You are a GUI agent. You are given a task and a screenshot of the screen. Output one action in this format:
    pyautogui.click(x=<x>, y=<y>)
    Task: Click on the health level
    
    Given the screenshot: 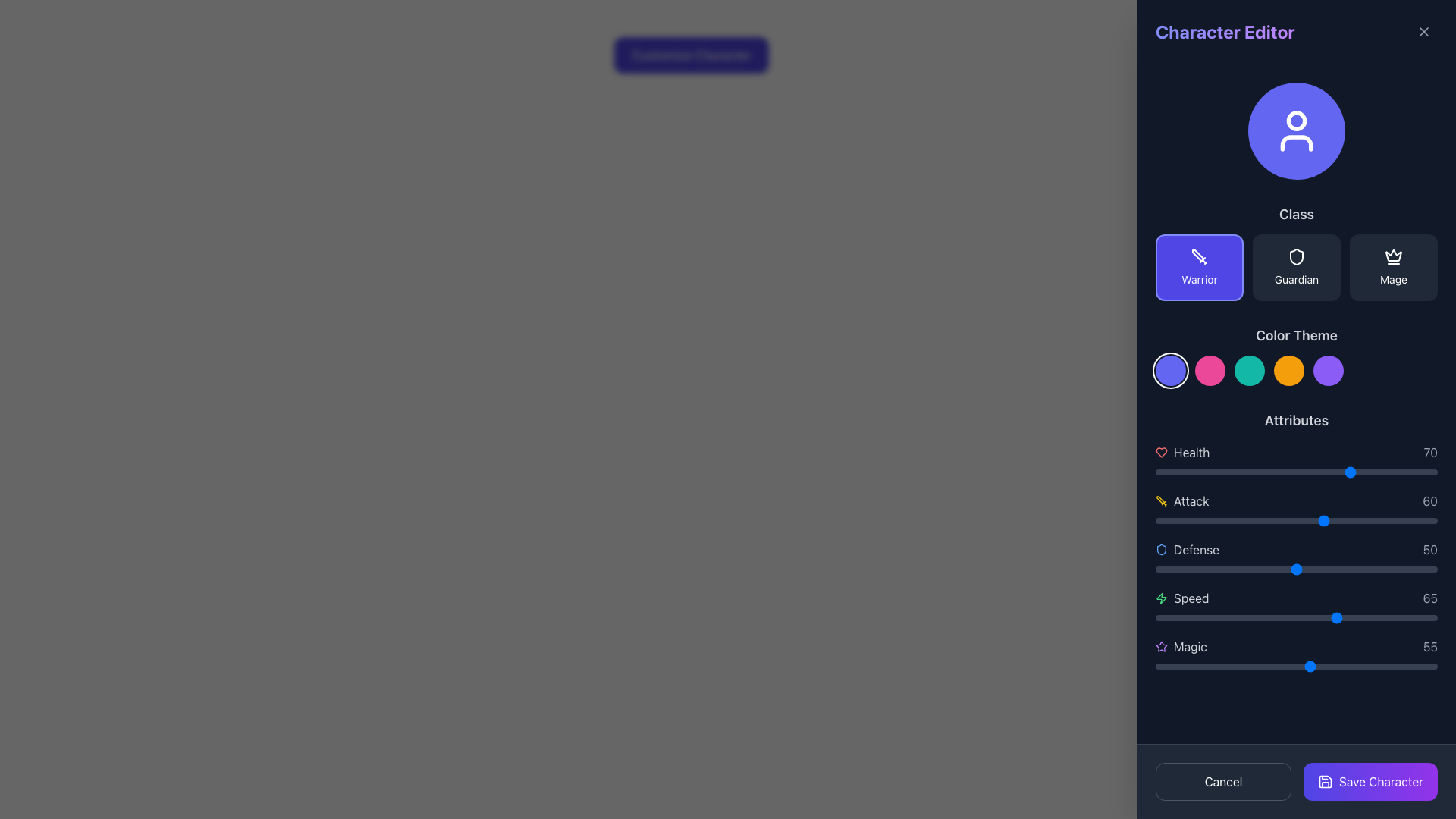 What is the action you would take?
    pyautogui.click(x=1321, y=472)
    